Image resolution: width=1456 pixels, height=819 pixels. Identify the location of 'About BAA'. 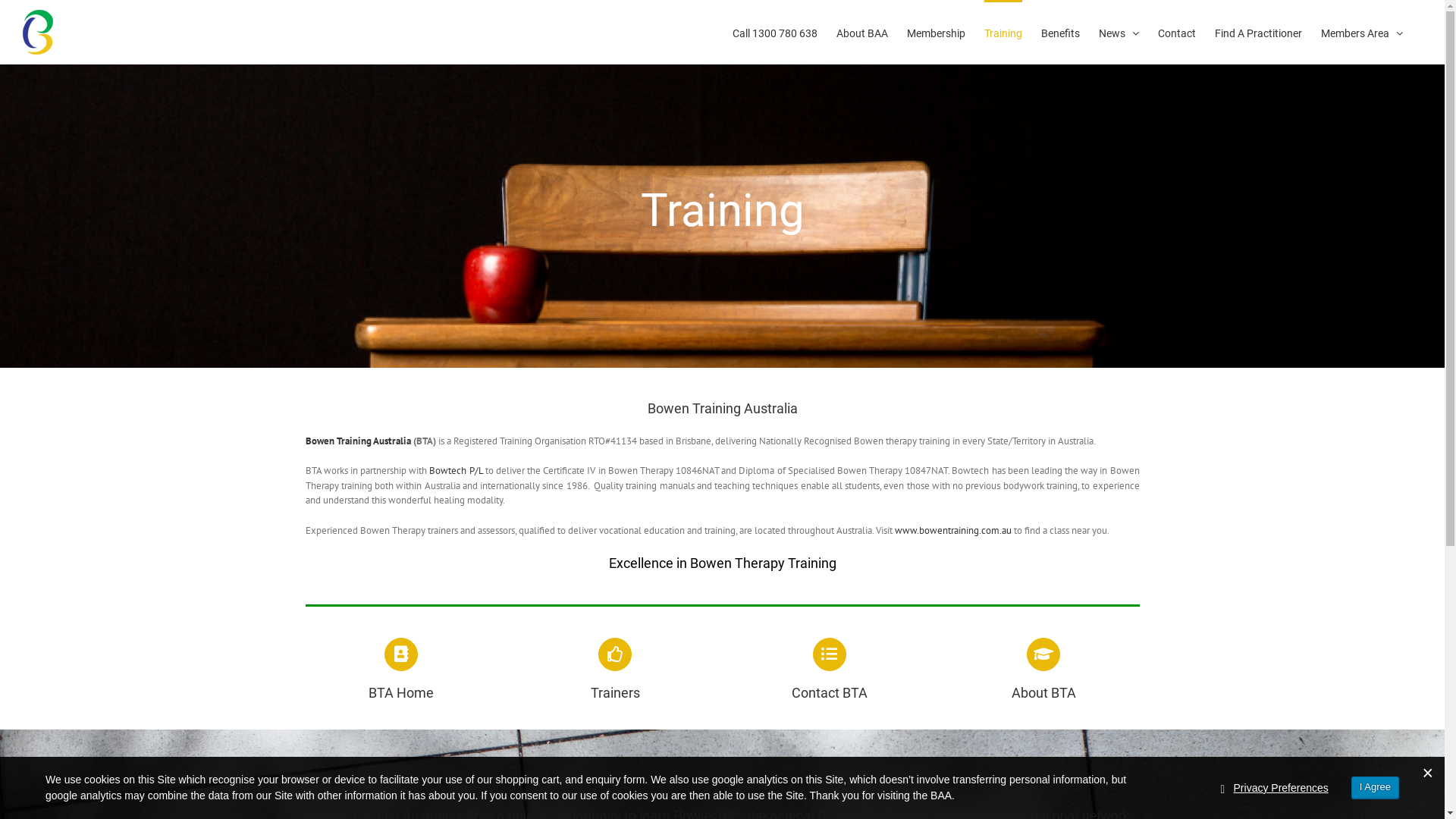
(862, 32).